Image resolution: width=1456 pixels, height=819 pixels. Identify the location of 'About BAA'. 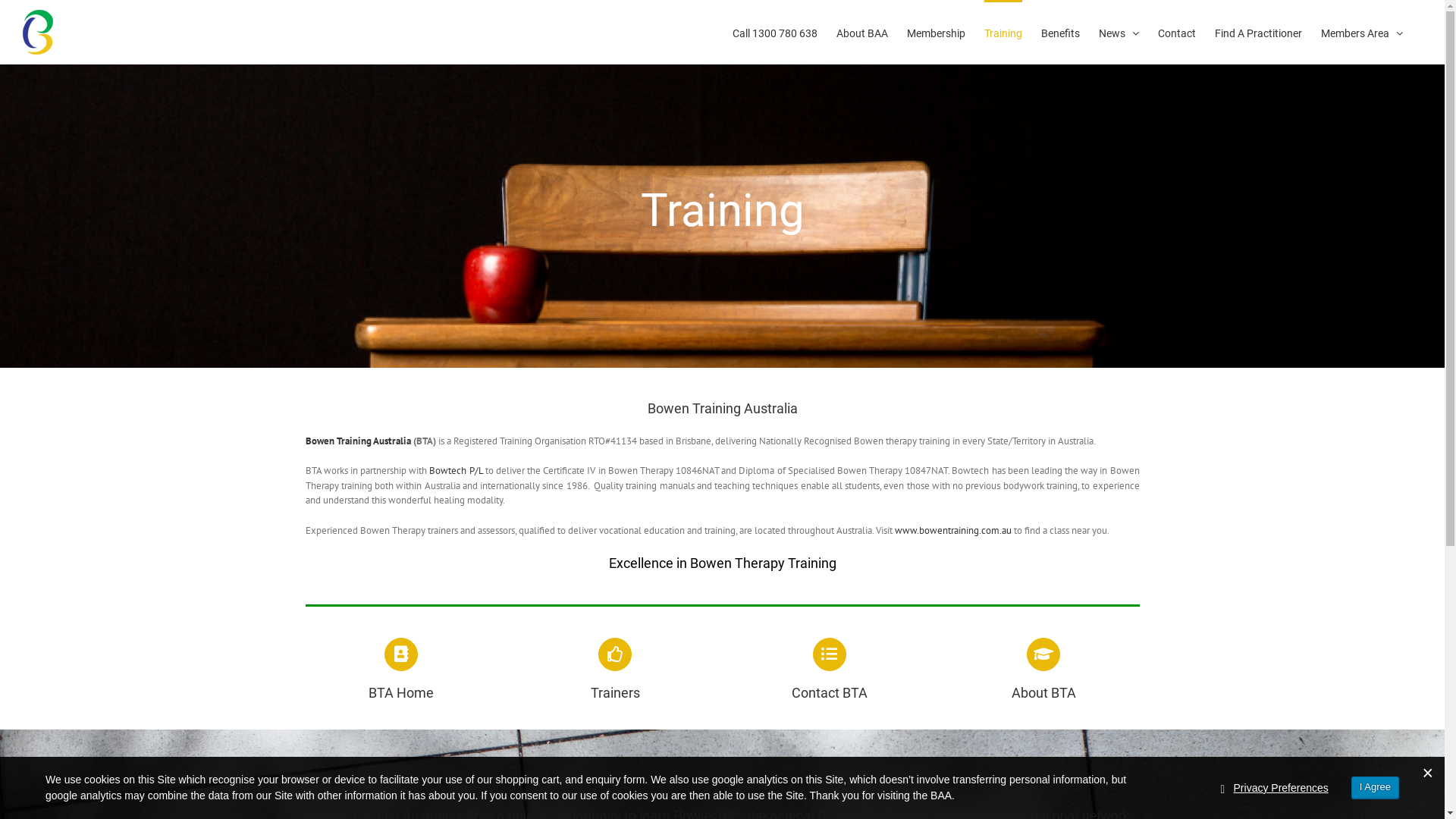
(862, 32).